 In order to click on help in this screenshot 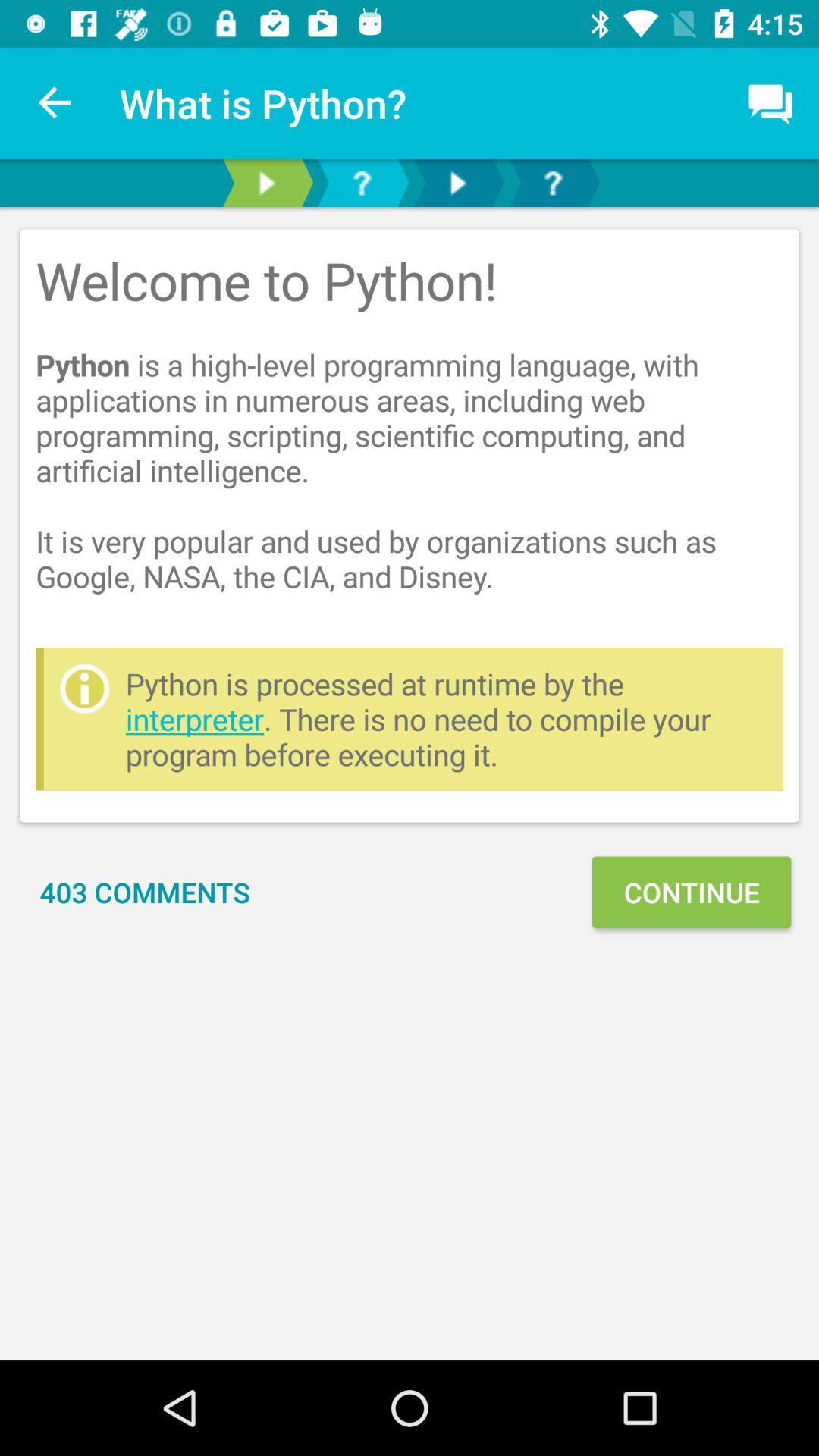, I will do `click(362, 182)`.